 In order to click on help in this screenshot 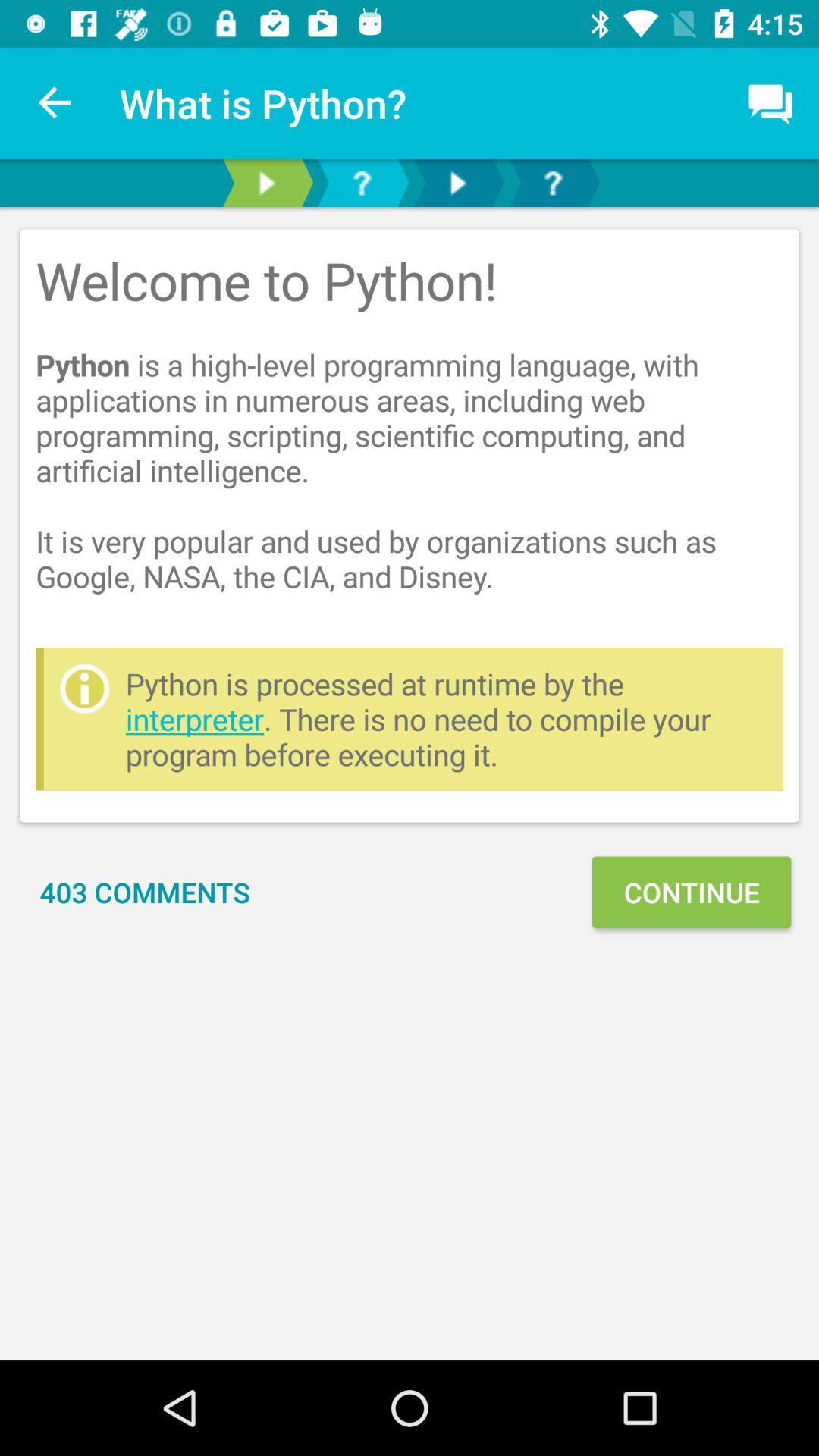, I will do `click(362, 182)`.